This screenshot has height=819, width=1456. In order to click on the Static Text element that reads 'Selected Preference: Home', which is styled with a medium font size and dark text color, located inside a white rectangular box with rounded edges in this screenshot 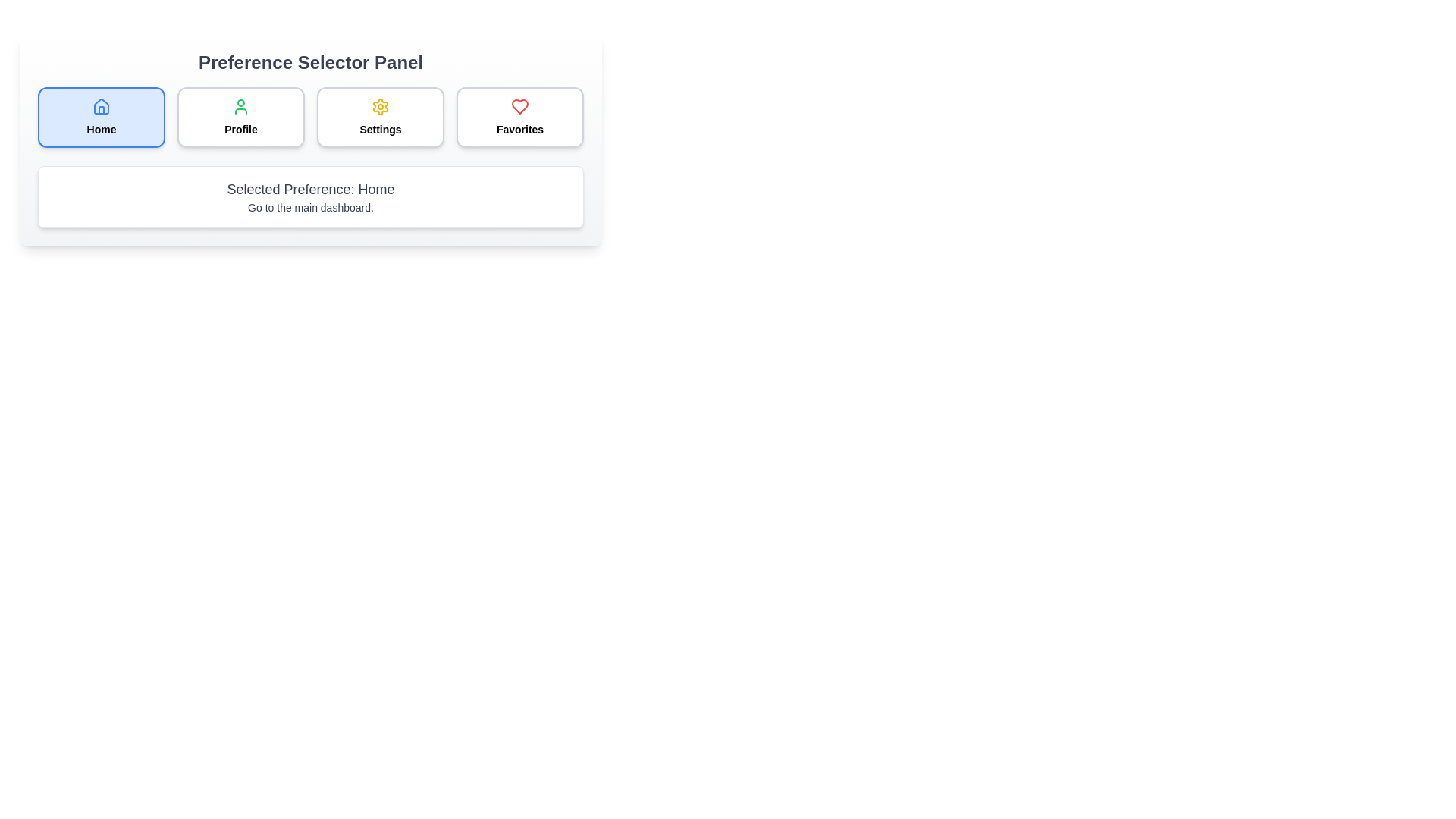, I will do `click(309, 189)`.